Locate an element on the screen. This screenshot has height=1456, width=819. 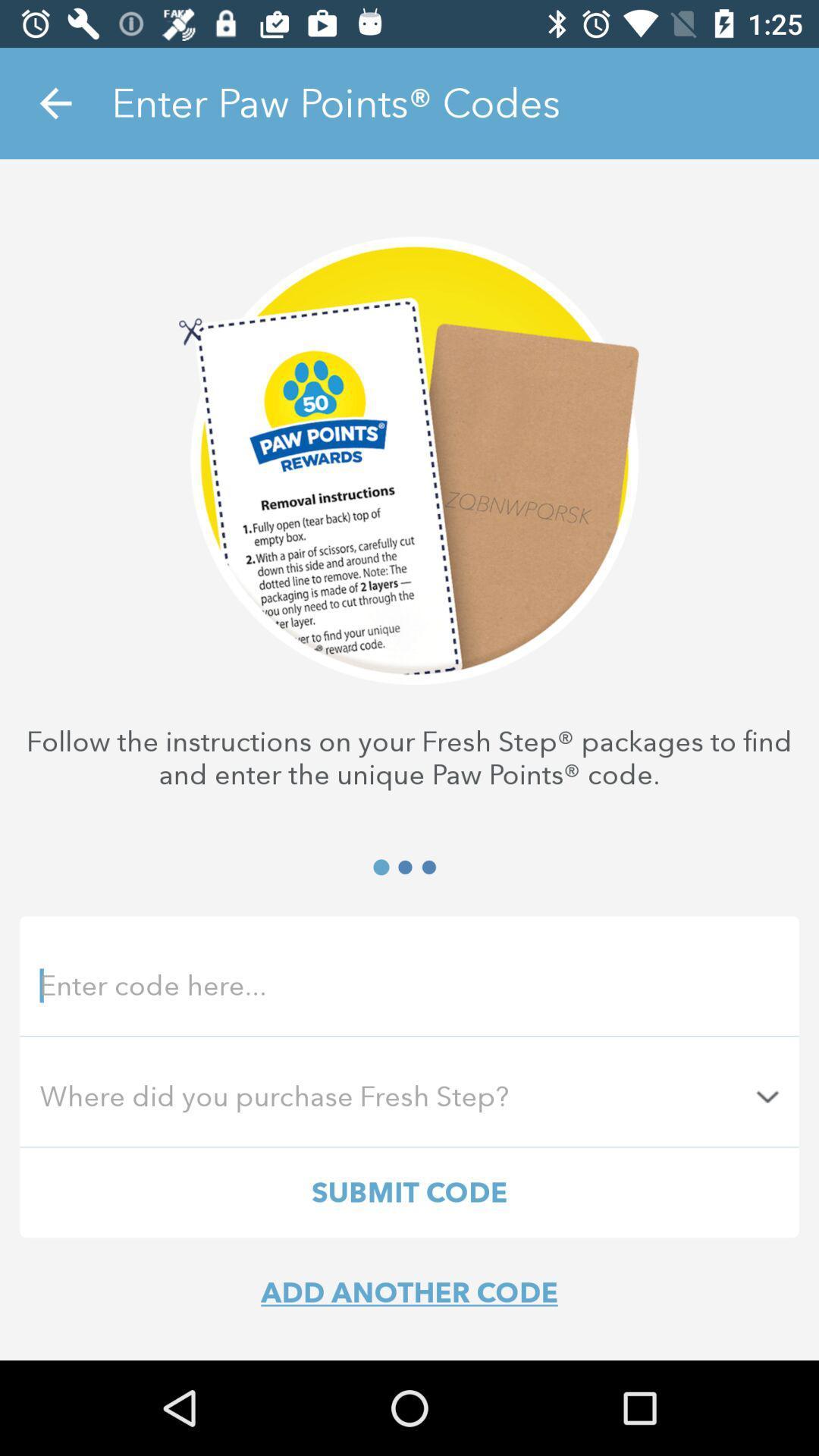
the item below the submit code icon is located at coordinates (409, 1291).